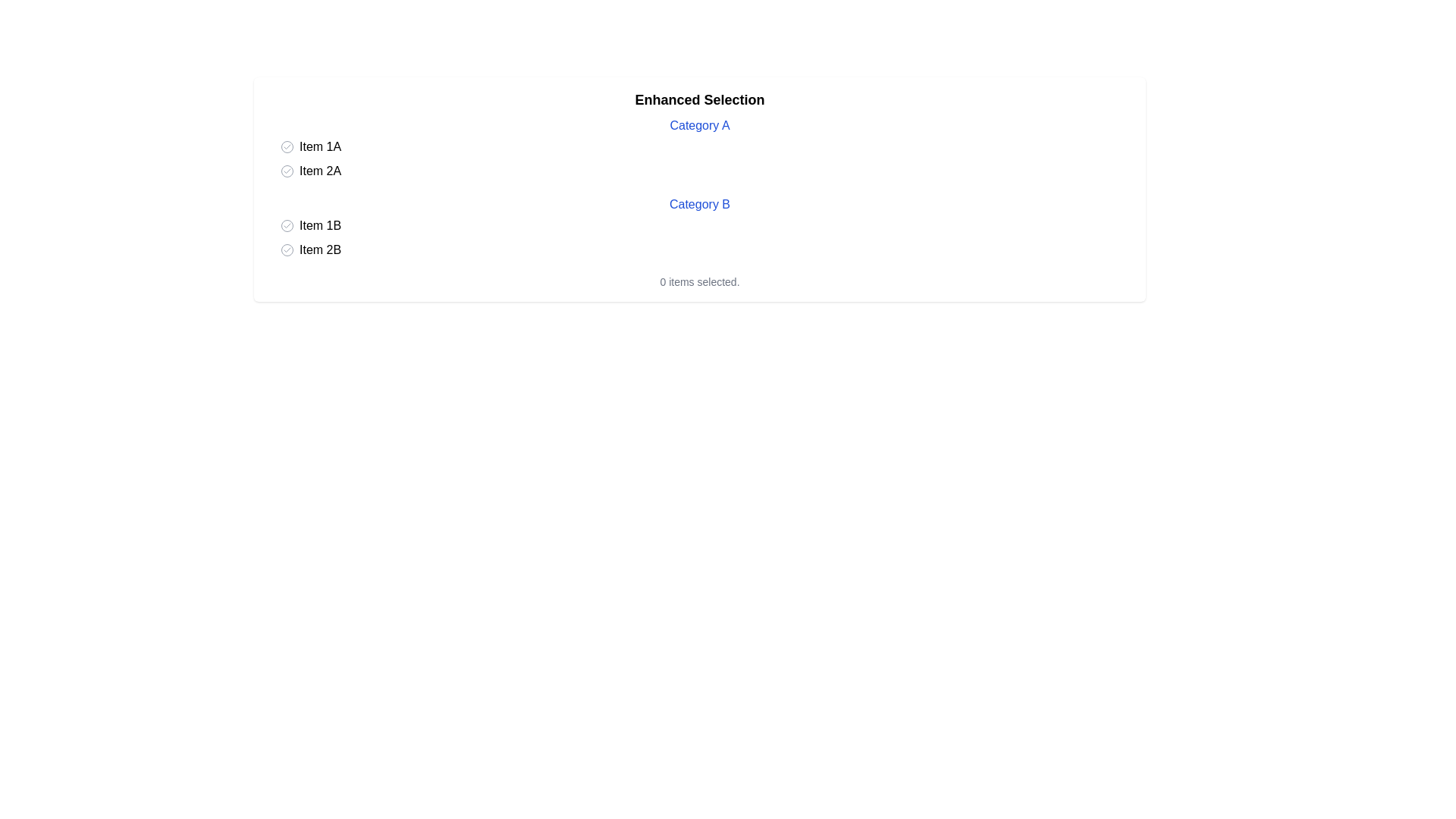  I want to click on the text label 'Item 1A' which is the first item in a vertical list, so click(319, 146).